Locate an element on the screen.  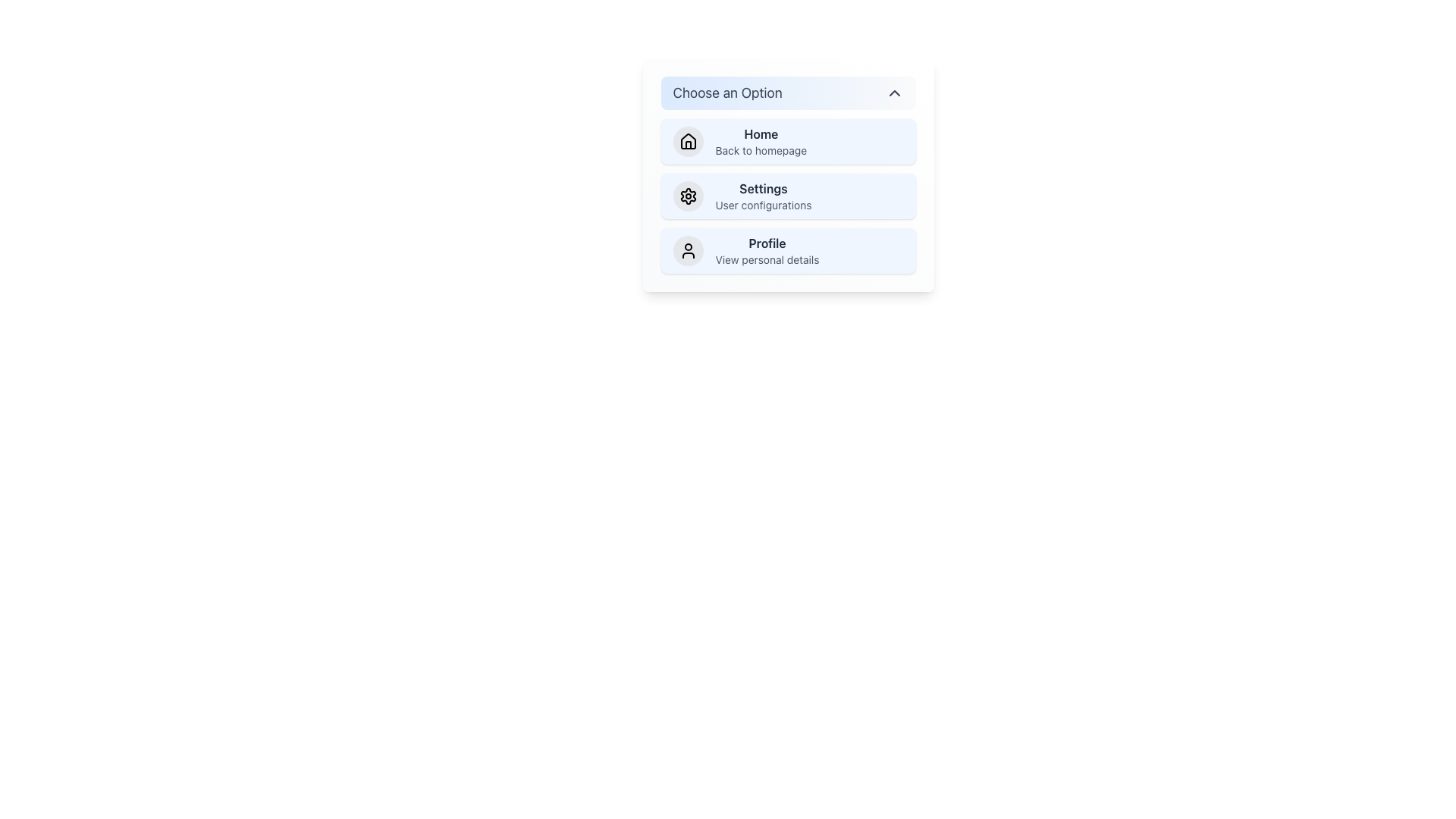
the descriptive text element located below the 'Settings' option in the 'Choose an Option' card is located at coordinates (764, 205).